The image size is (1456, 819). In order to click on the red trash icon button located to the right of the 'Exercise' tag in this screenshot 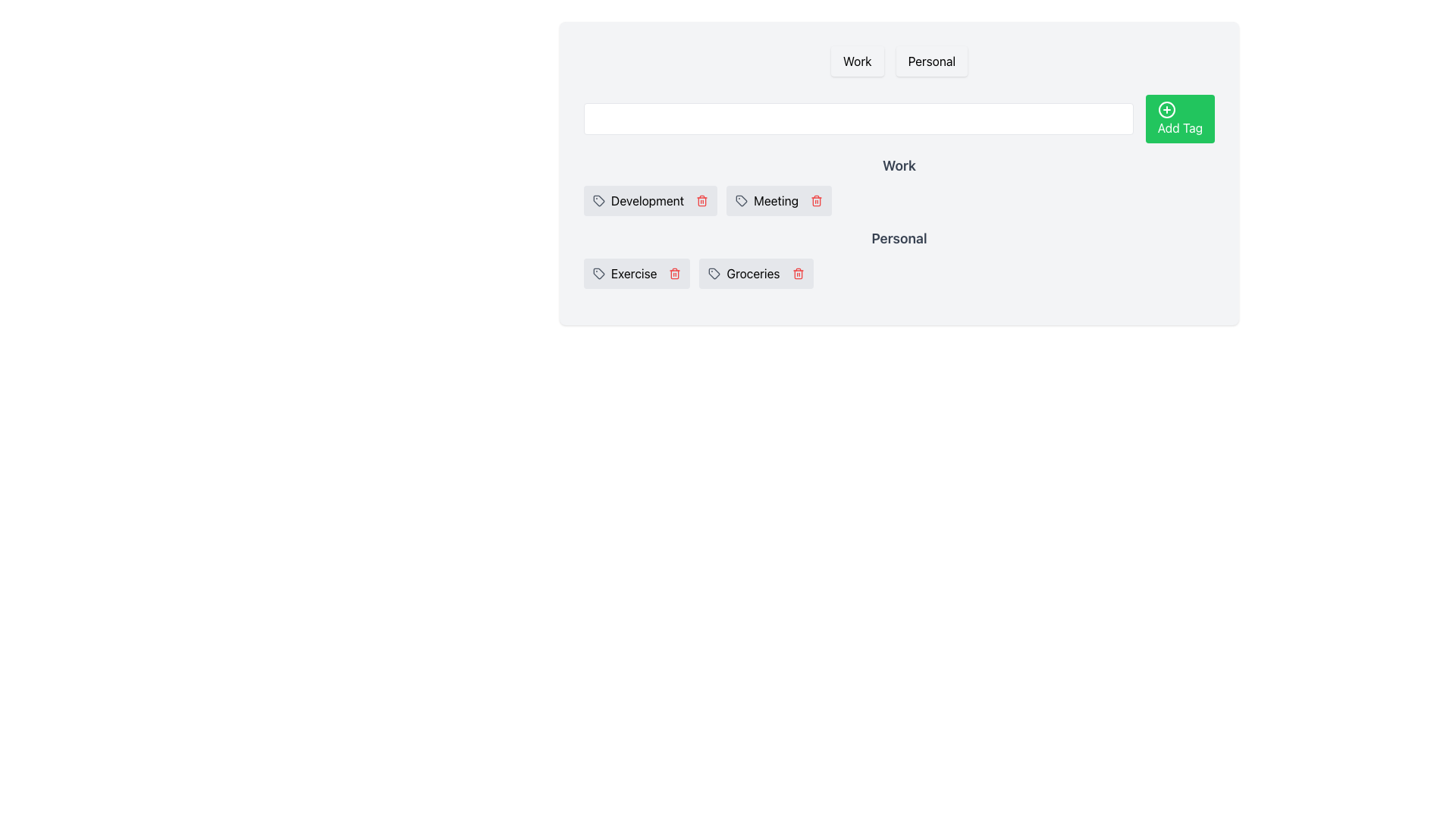, I will do `click(674, 274)`.